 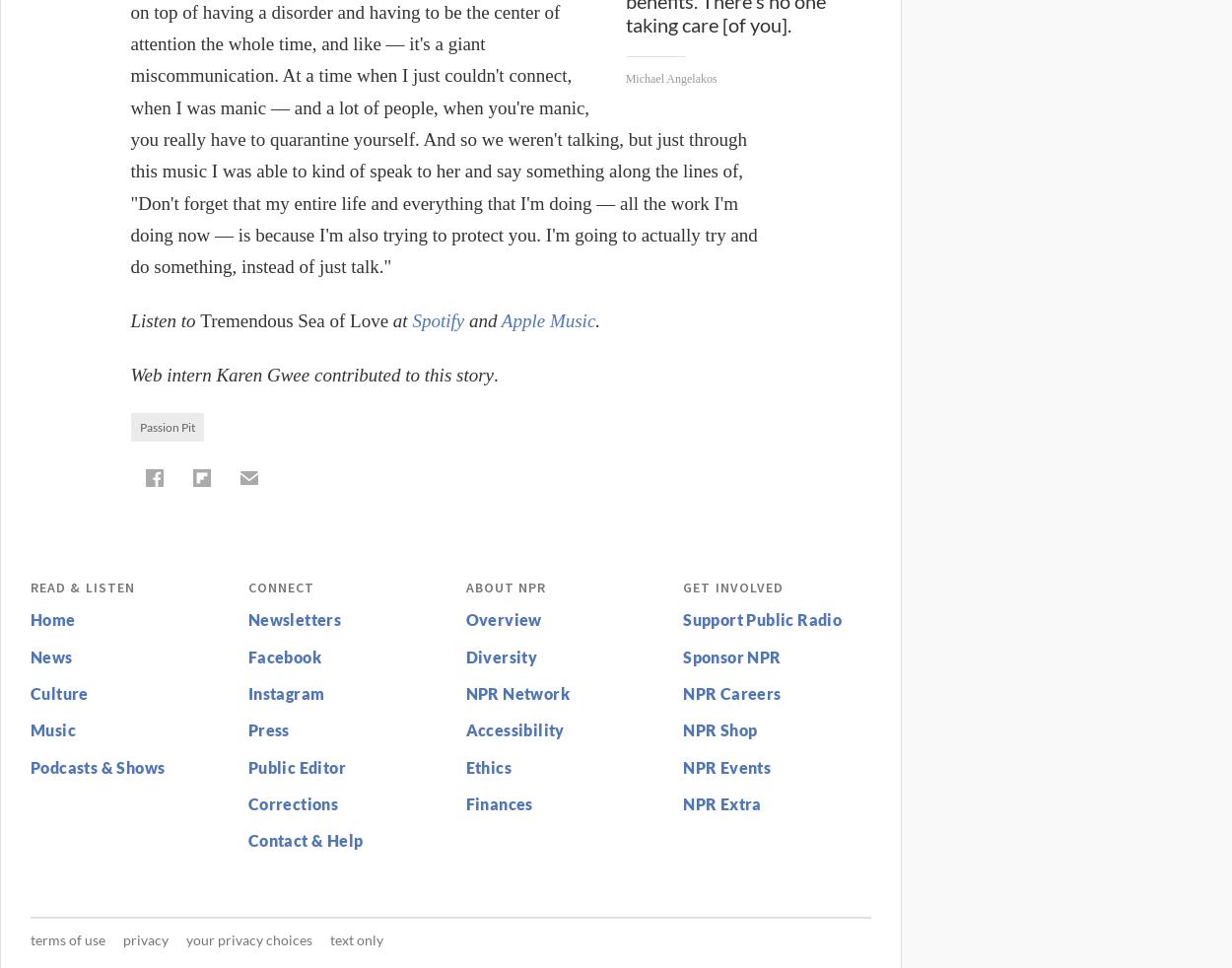 What do you see at coordinates (501, 319) in the screenshot?
I see `'Apple Music'` at bounding box center [501, 319].